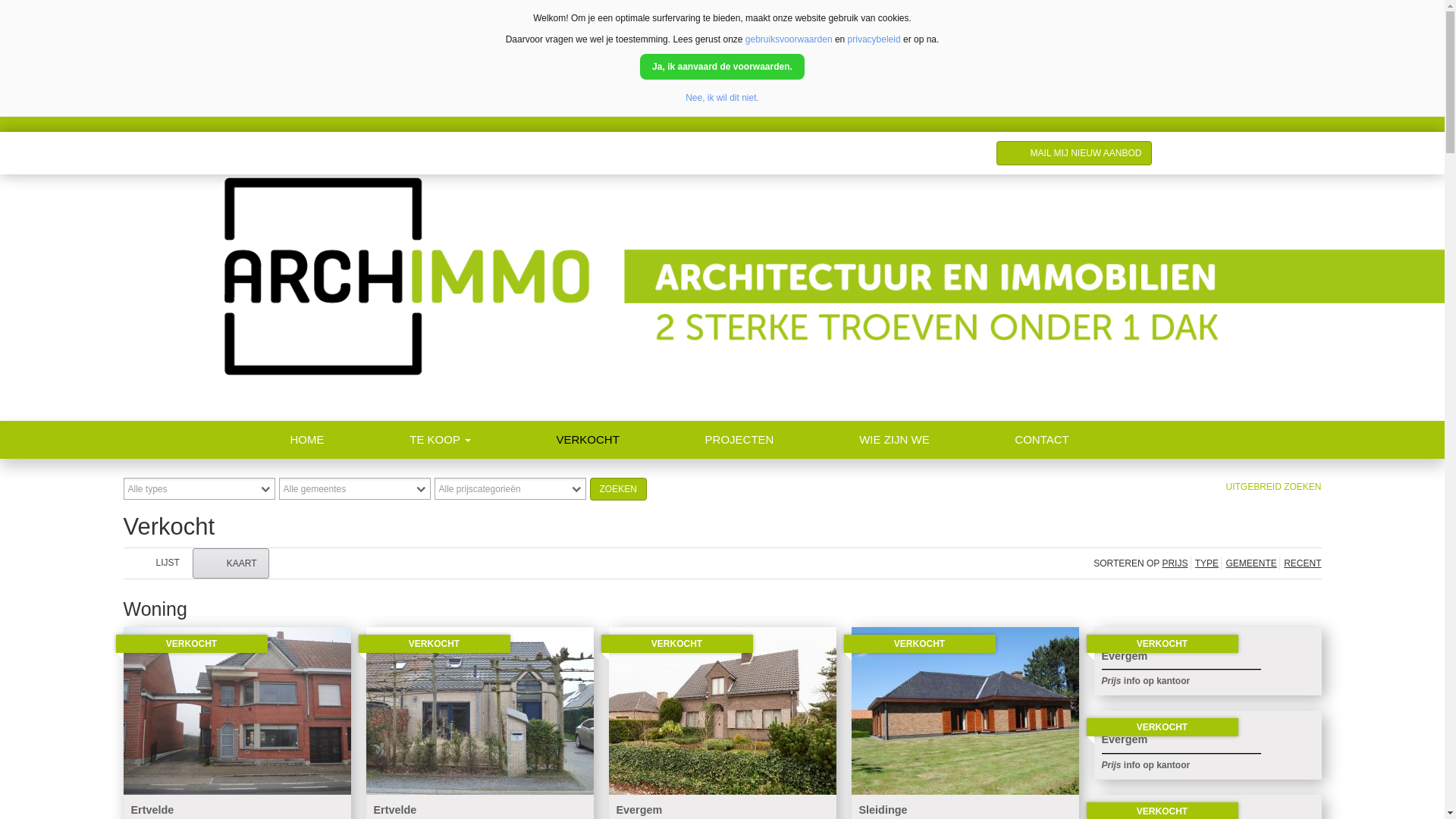  Describe the element at coordinates (156, 562) in the screenshot. I see `'LIJST'` at that location.